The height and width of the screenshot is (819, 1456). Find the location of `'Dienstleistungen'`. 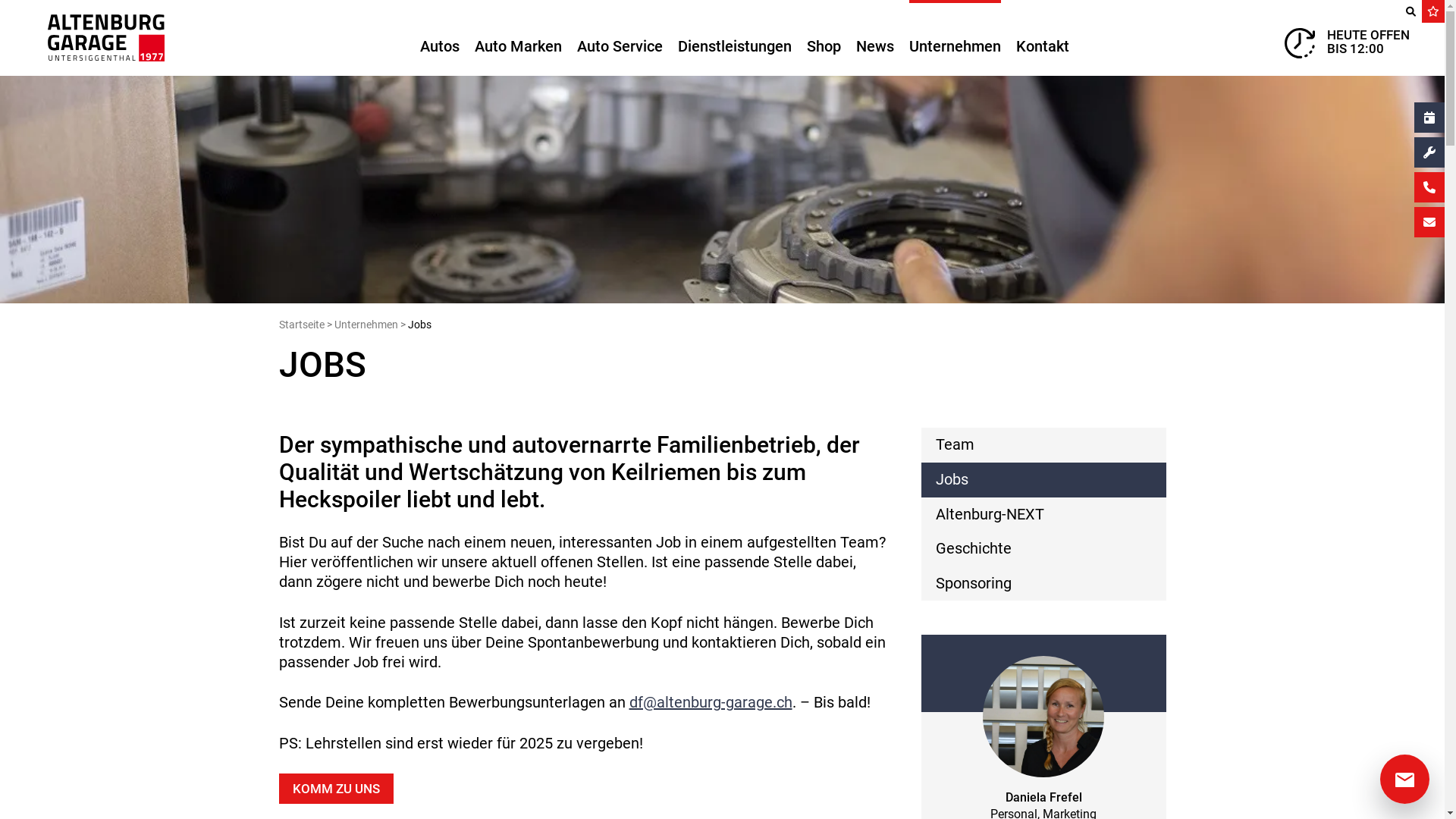

'Dienstleistungen' is located at coordinates (676, 37).